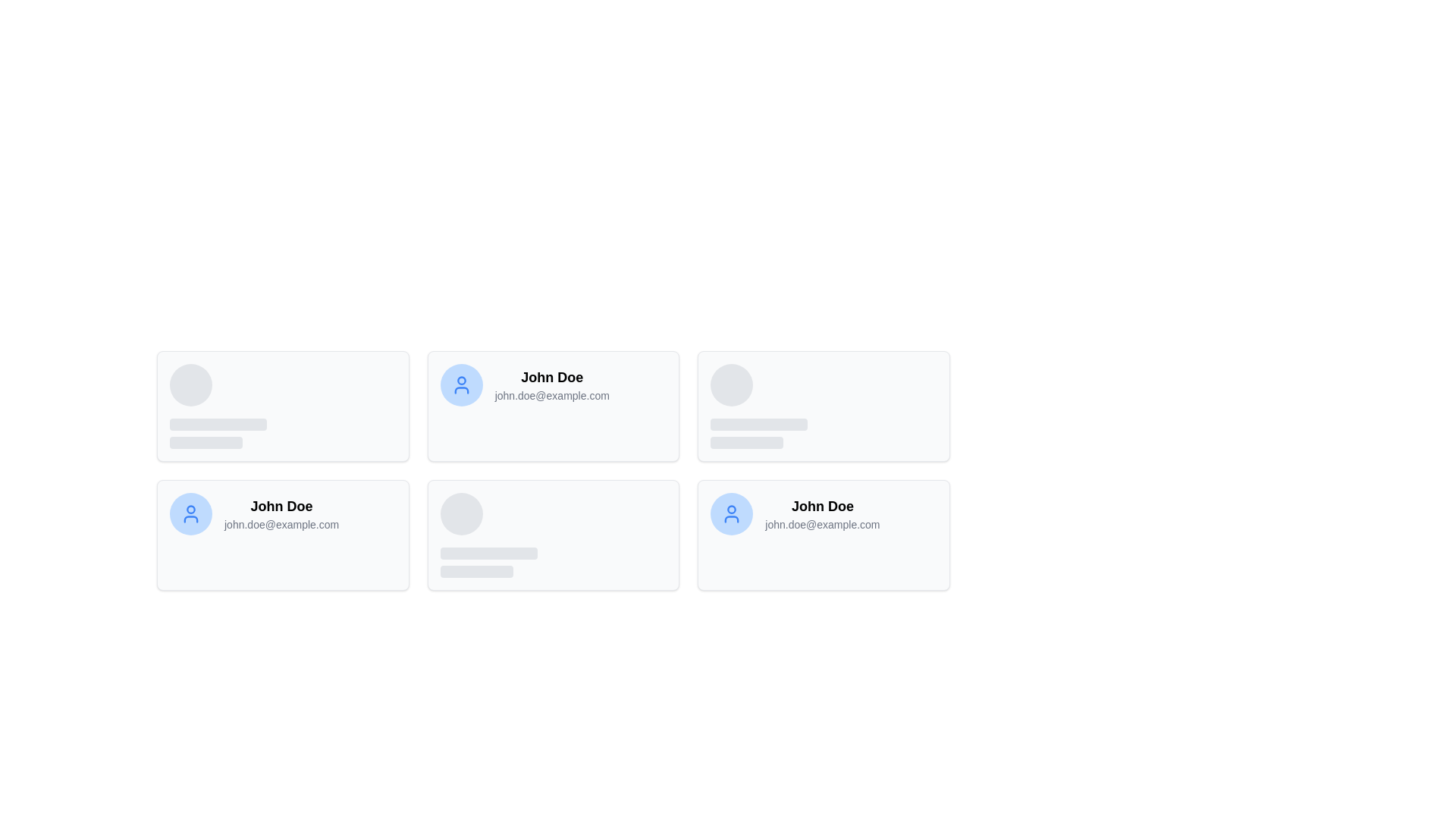 This screenshot has width=1456, height=819. I want to click on the first thin, horizontal bar with rounded edges, styled in light gray, located in the bottom-right segment of the interface, so click(488, 553).